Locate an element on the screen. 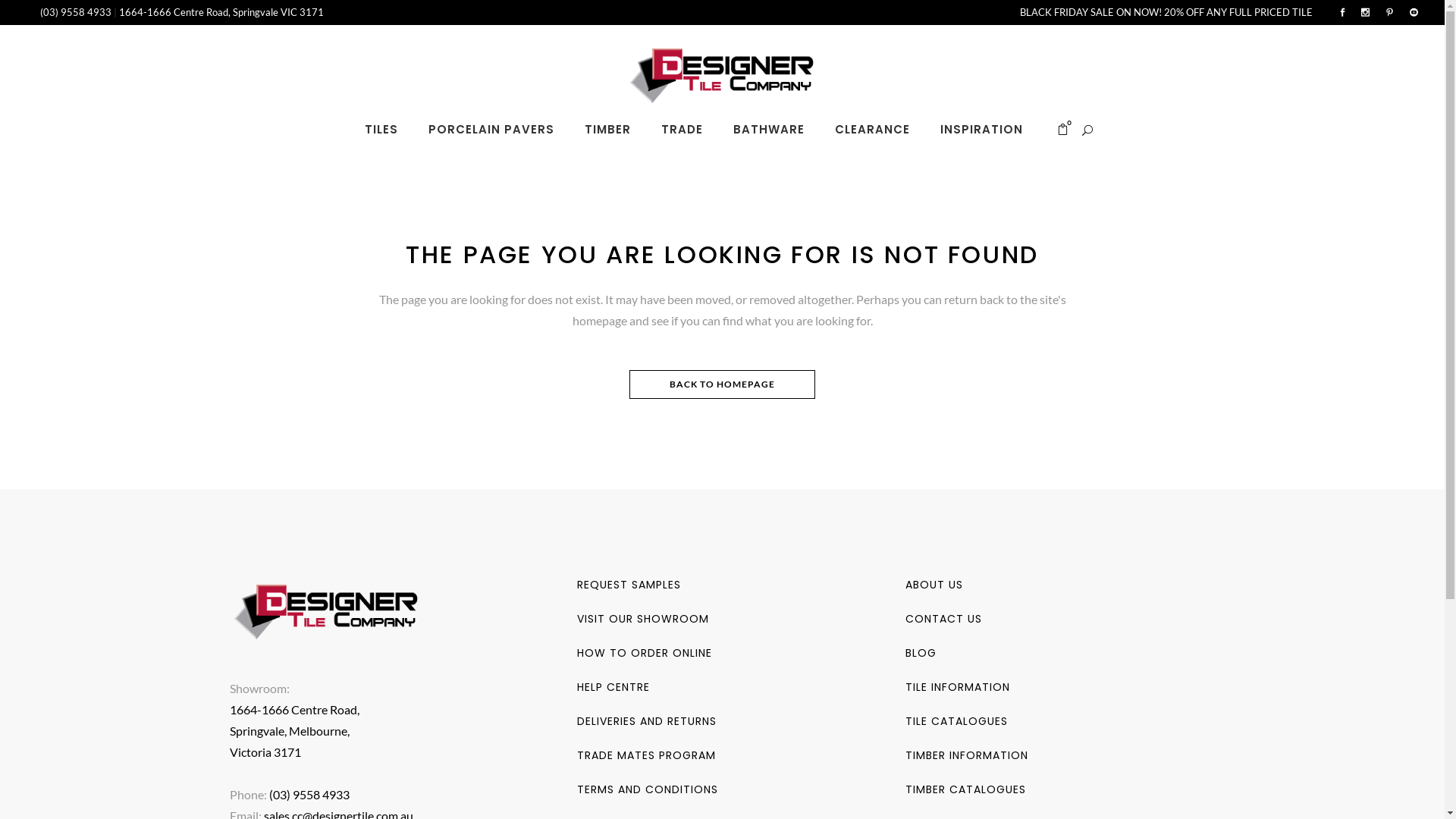  'TERMS AND CONDITIONS' is located at coordinates (648, 789).